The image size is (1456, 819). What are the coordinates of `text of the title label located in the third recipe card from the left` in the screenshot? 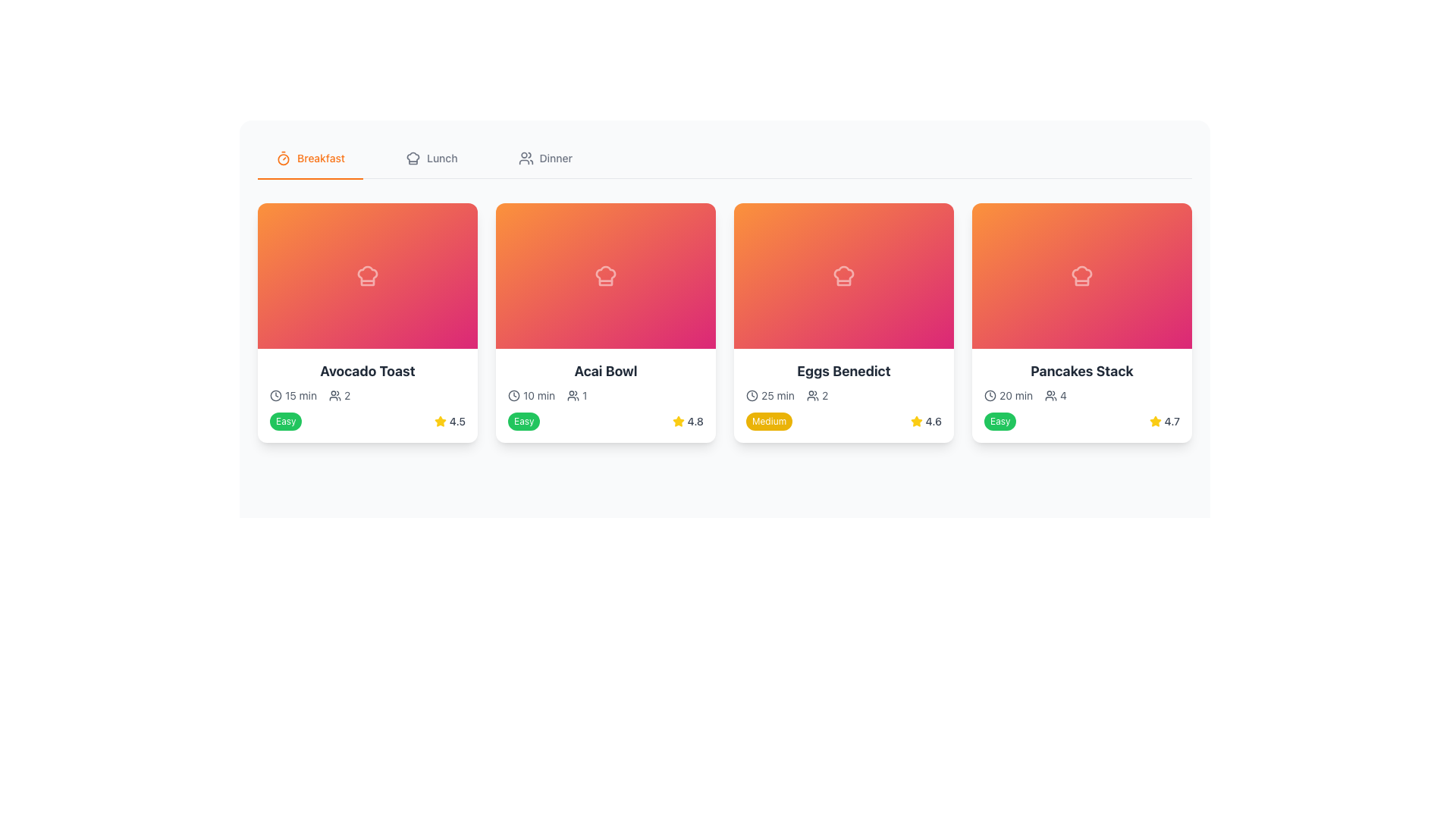 It's located at (843, 371).